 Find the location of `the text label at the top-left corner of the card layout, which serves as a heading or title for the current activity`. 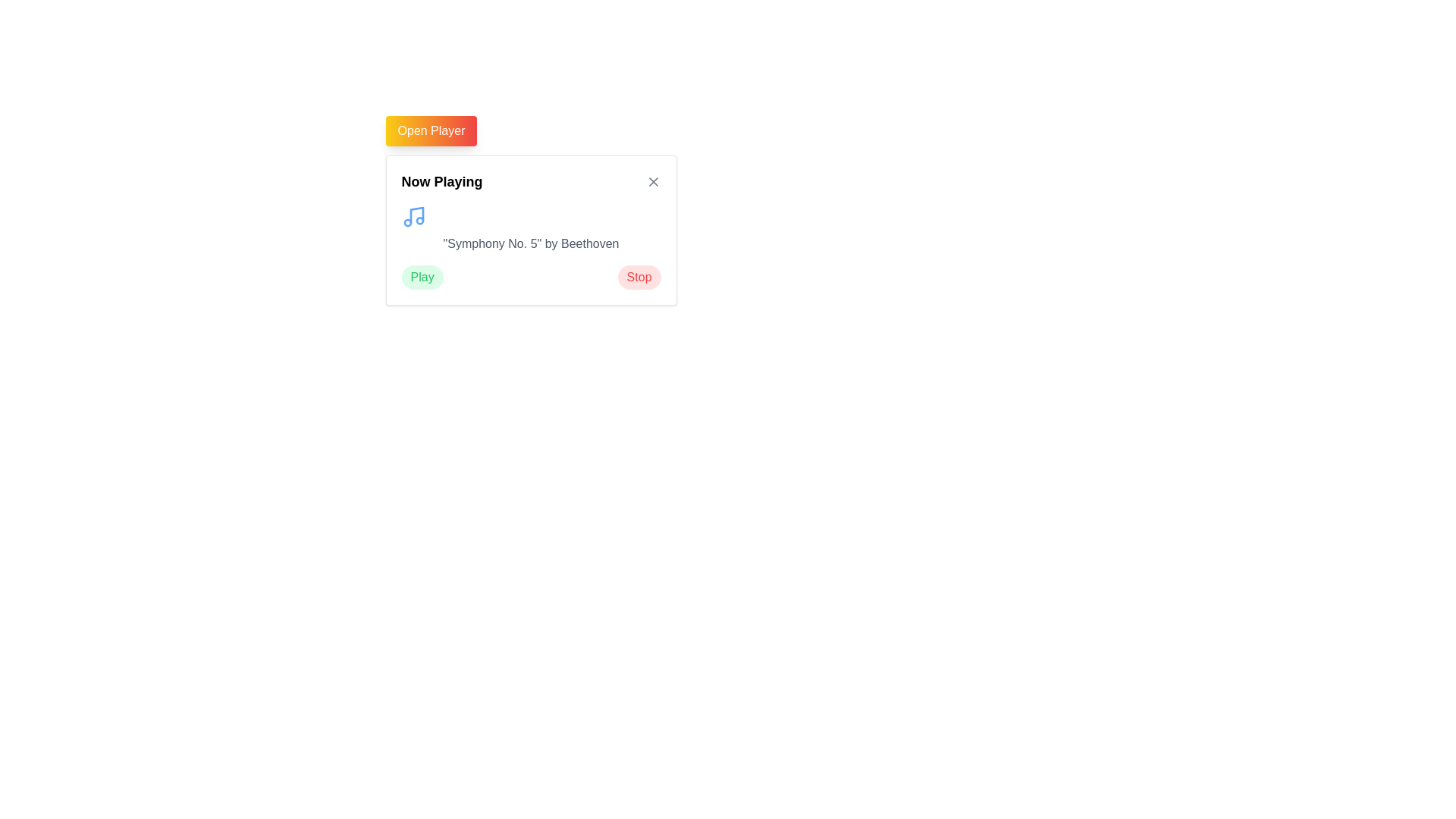

the text label at the top-left corner of the card layout, which serves as a heading or title for the current activity is located at coordinates (441, 180).